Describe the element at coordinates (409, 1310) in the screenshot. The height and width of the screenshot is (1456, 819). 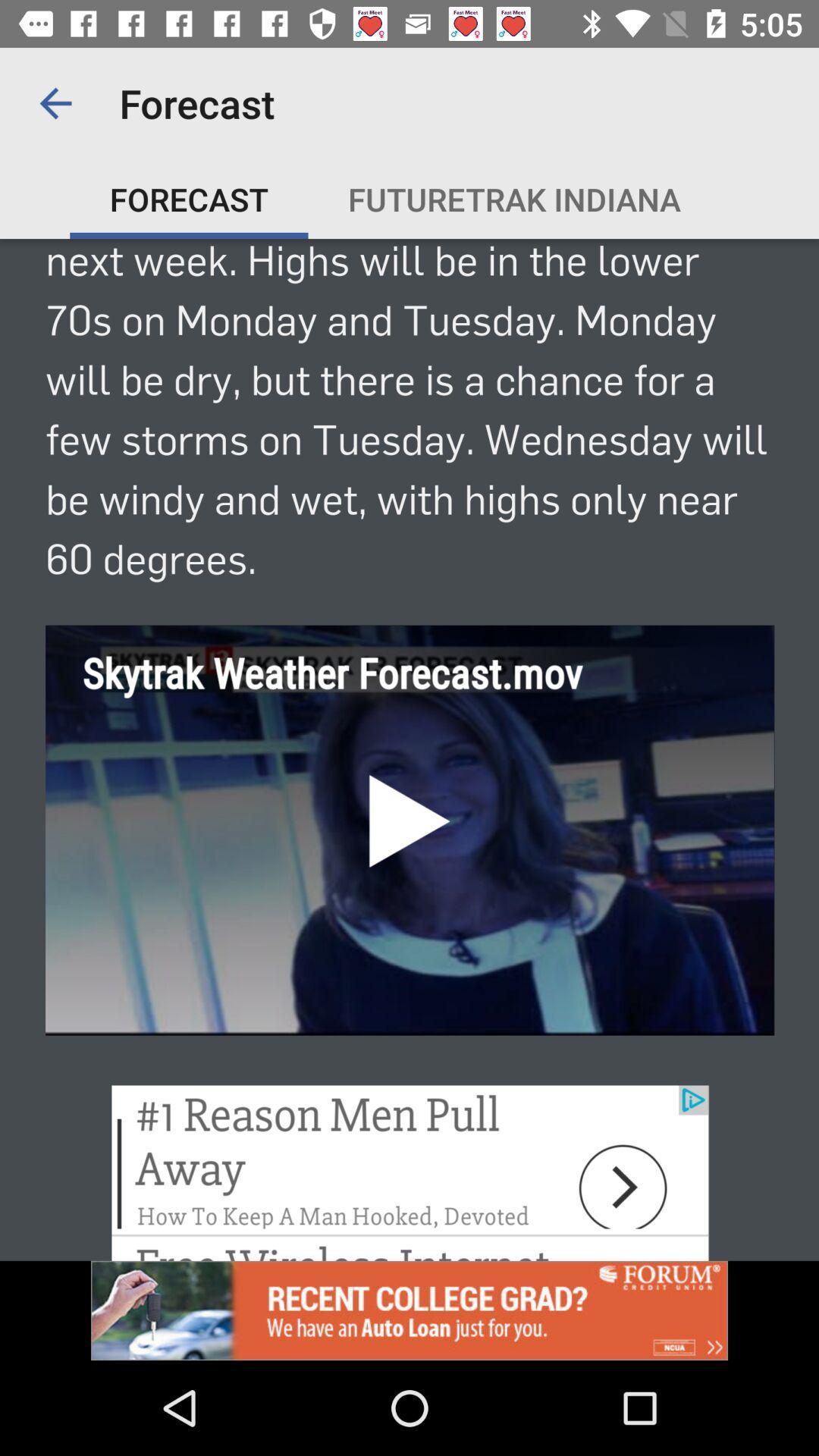
I see `advertising site` at that location.